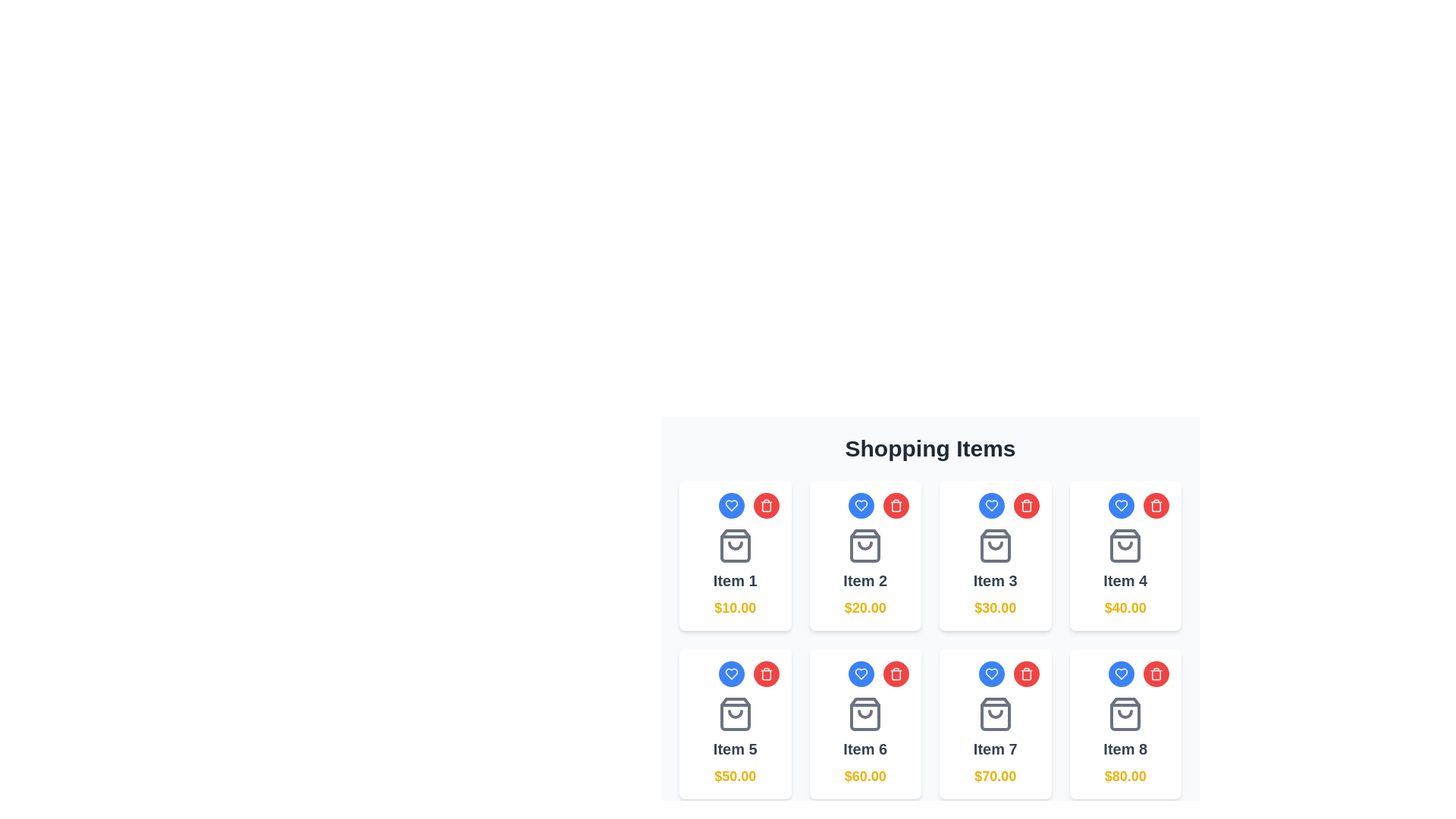 The width and height of the screenshot is (1456, 819). What do you see at coordinates (995, 573) in the screenshot?
I see `the information displayed in the third informational block of the shopping items list, located under the heading 'Shopping Items'` at bounding box center [995, 573].